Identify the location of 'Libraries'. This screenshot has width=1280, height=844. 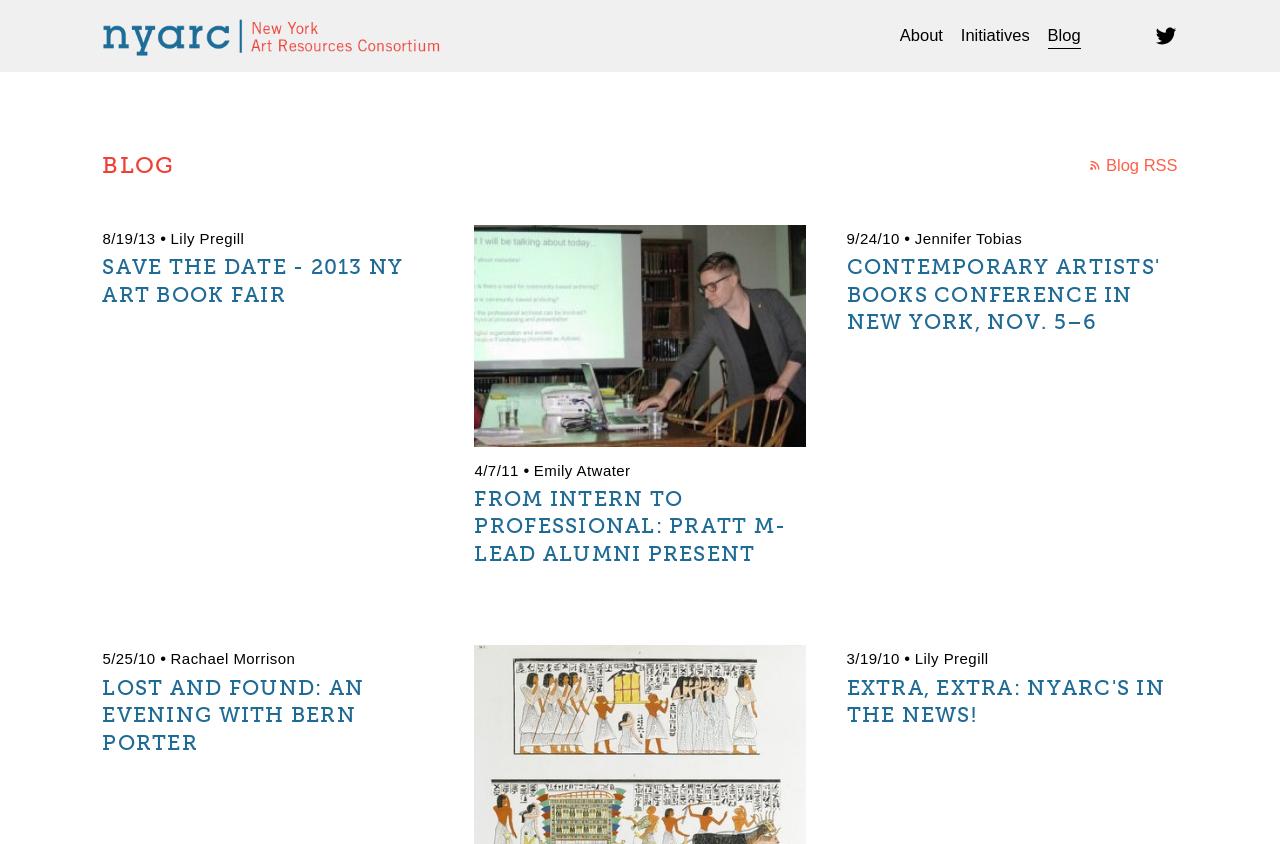
(909, 95).